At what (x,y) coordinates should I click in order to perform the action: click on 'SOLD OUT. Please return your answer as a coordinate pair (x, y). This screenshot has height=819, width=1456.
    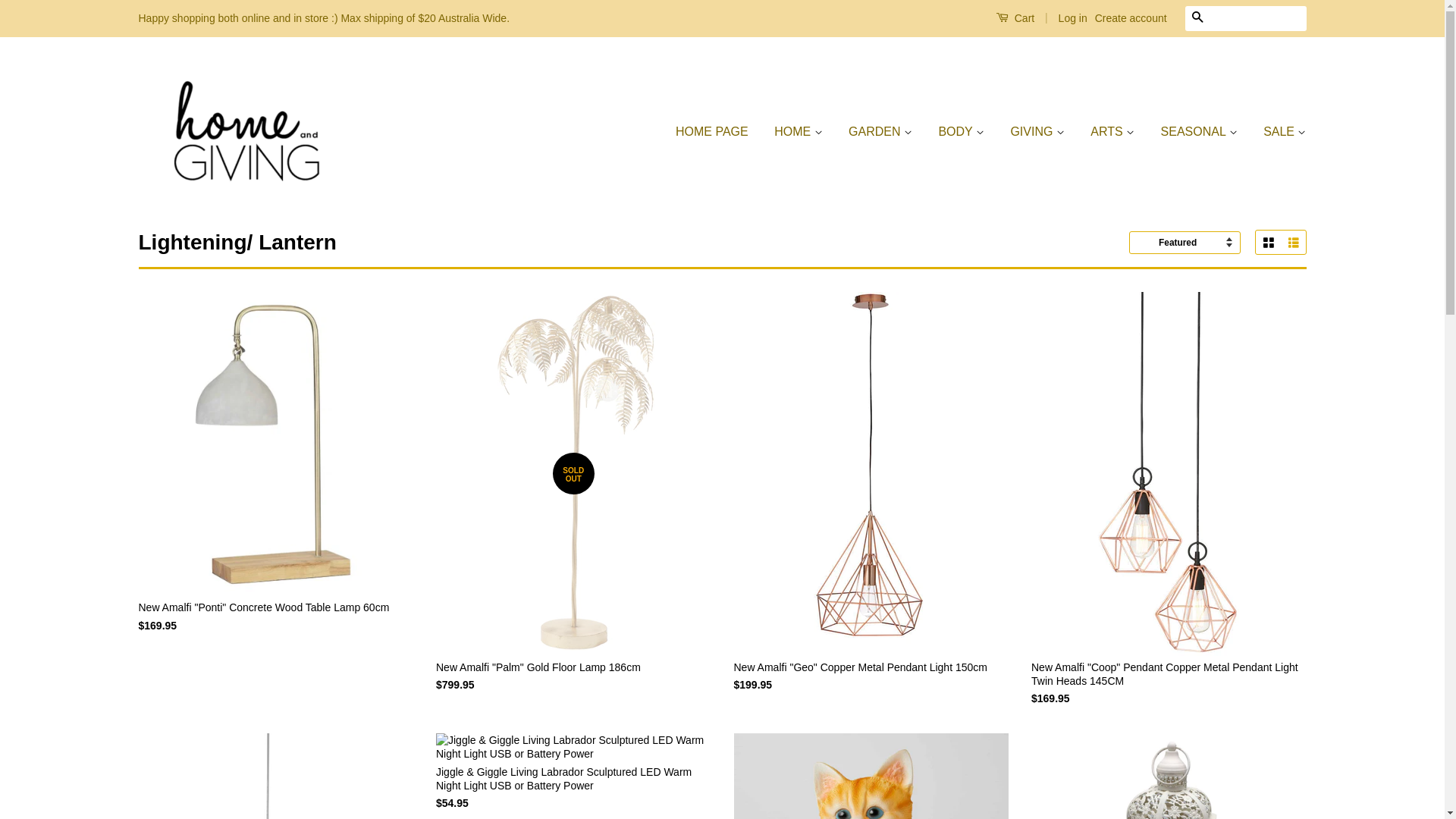
    Looking at the image, I should click on (573, 506).